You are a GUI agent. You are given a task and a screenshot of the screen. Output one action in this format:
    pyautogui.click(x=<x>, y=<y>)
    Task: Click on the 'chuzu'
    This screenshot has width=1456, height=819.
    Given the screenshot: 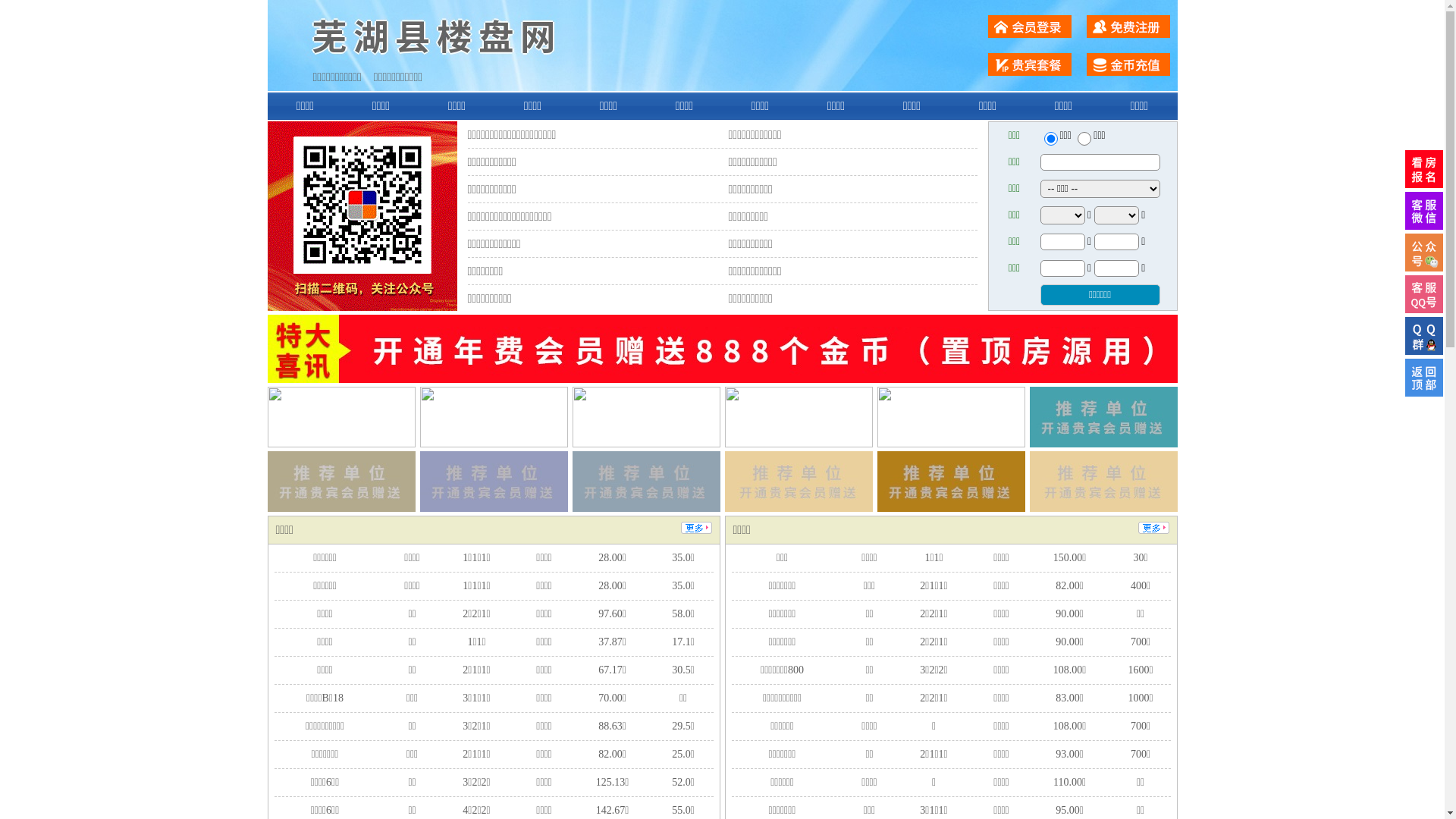 What is the action you would take?
    pyautogui.click(x=1084, y=138)
    